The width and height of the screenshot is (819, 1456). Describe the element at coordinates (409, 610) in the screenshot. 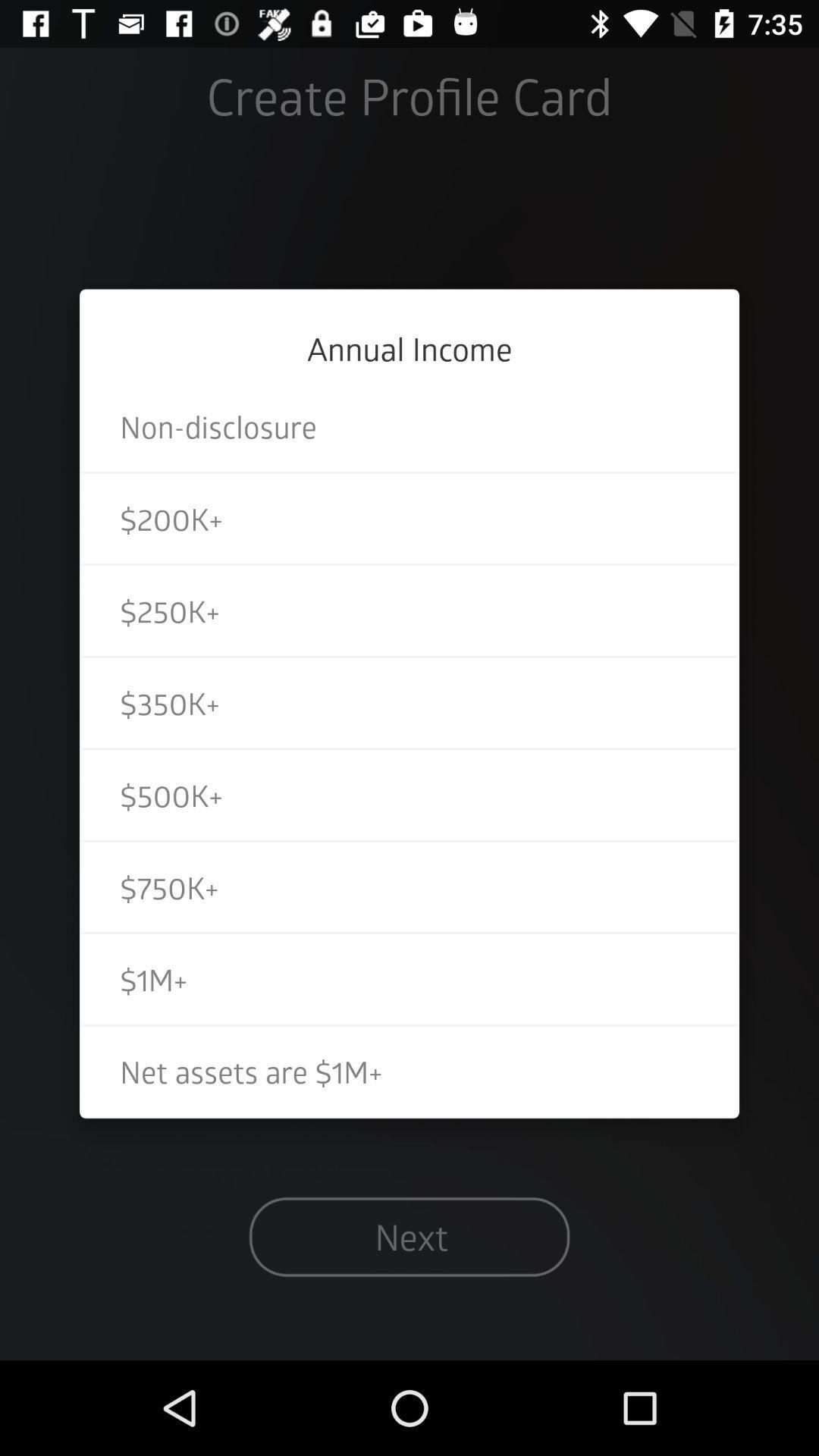

I see `the icon above the $350k+ item` at that location.